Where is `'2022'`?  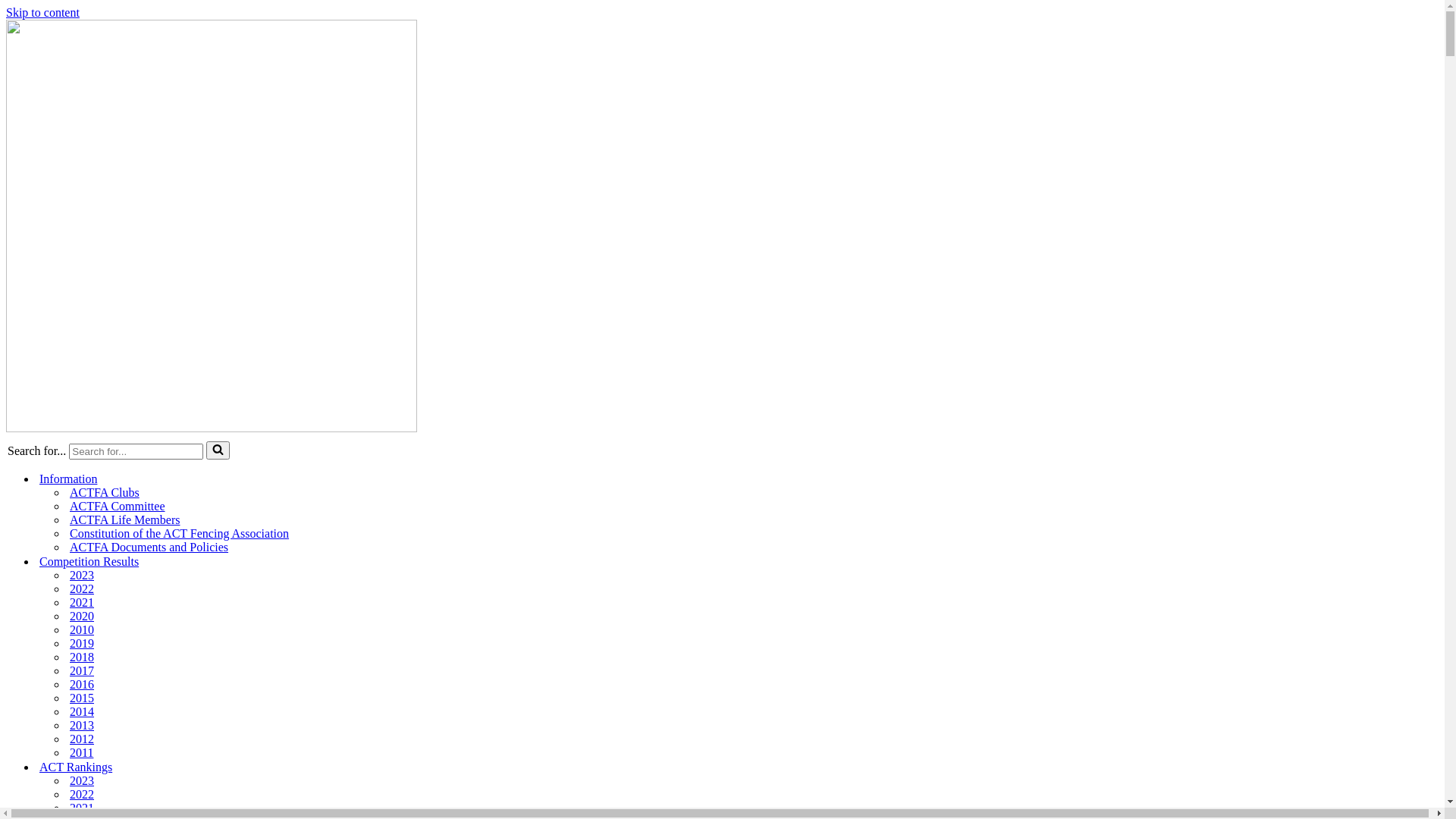 '2022' is located at coordinates (81, 794).